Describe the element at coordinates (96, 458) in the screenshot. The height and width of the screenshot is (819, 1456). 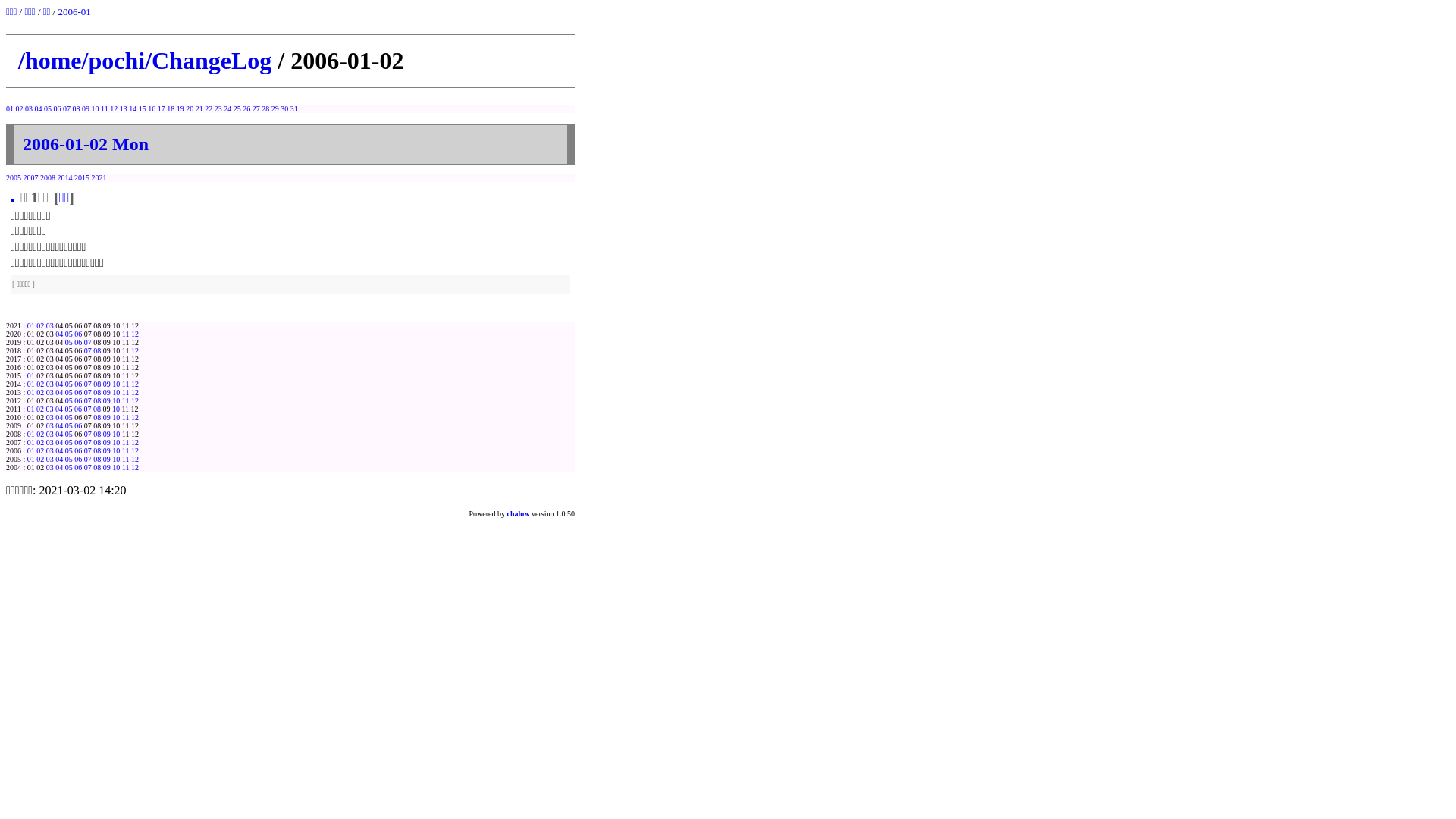
I see `'08'` at that location.